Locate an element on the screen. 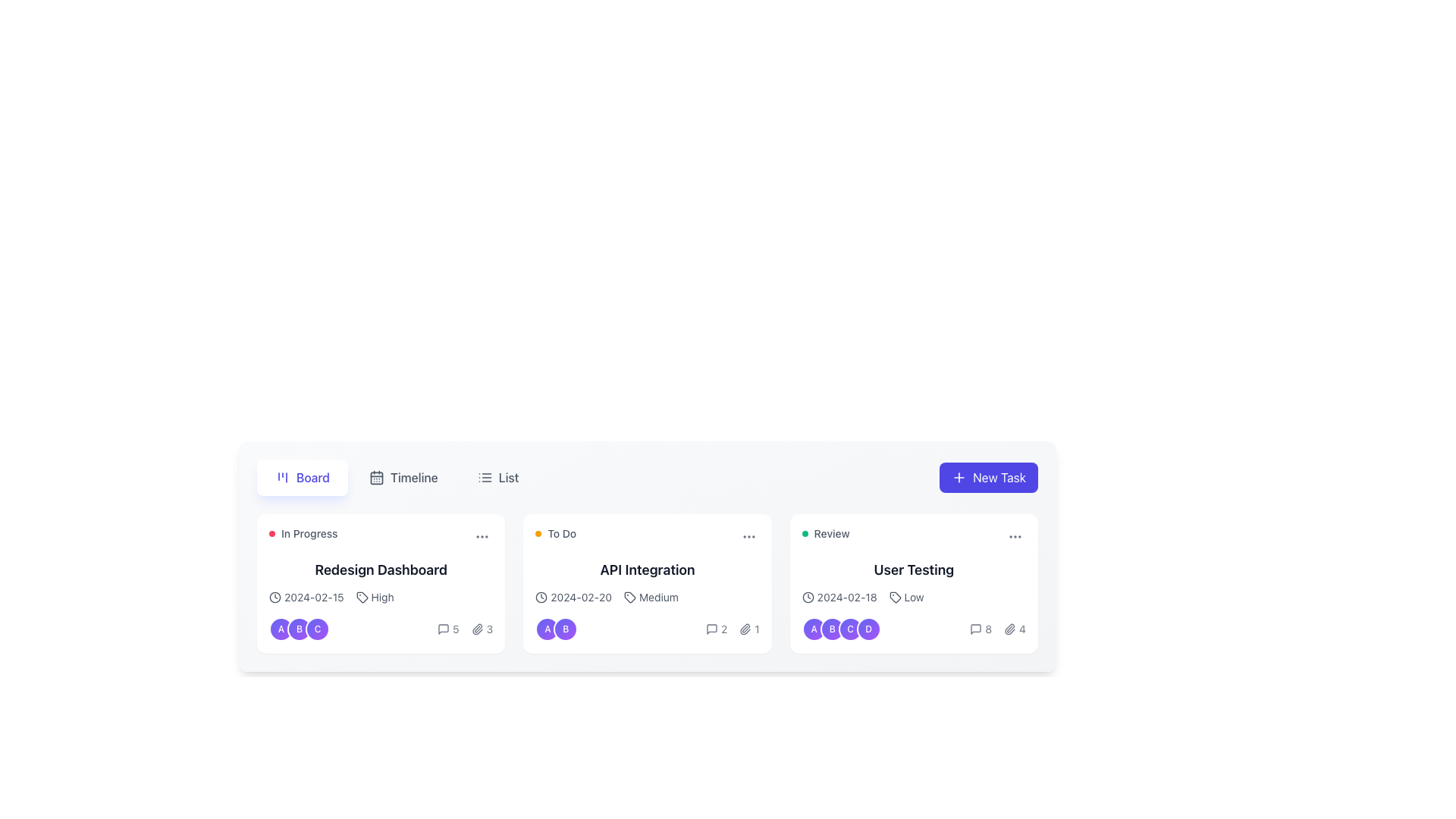 The image size is (1456, 819). the leftmost circular badge labeled 'A' within the 'User Testing' task card to highlight it is located at coordinates (813, 629).